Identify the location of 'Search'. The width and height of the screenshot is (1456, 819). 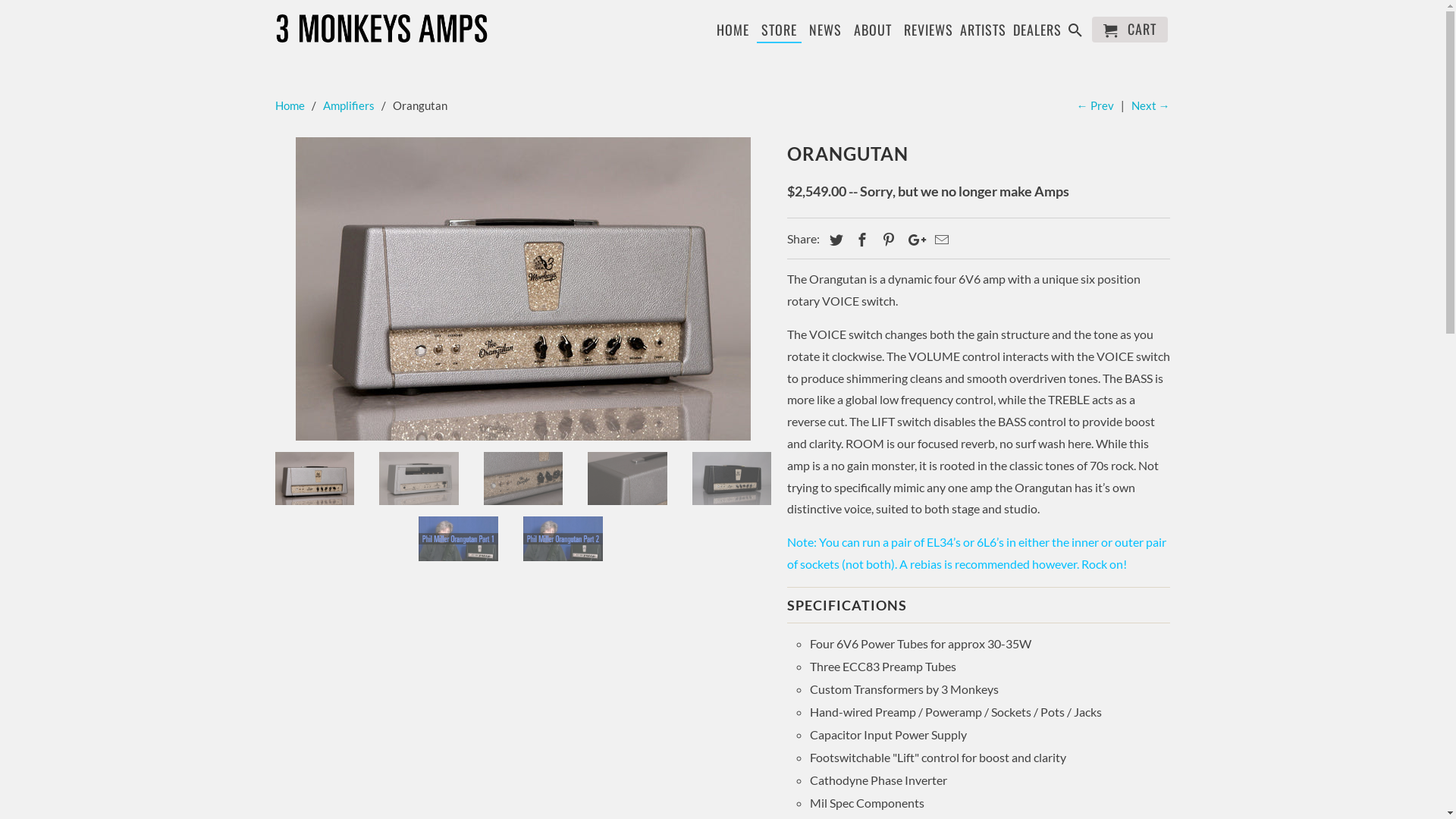
(1076, 32).